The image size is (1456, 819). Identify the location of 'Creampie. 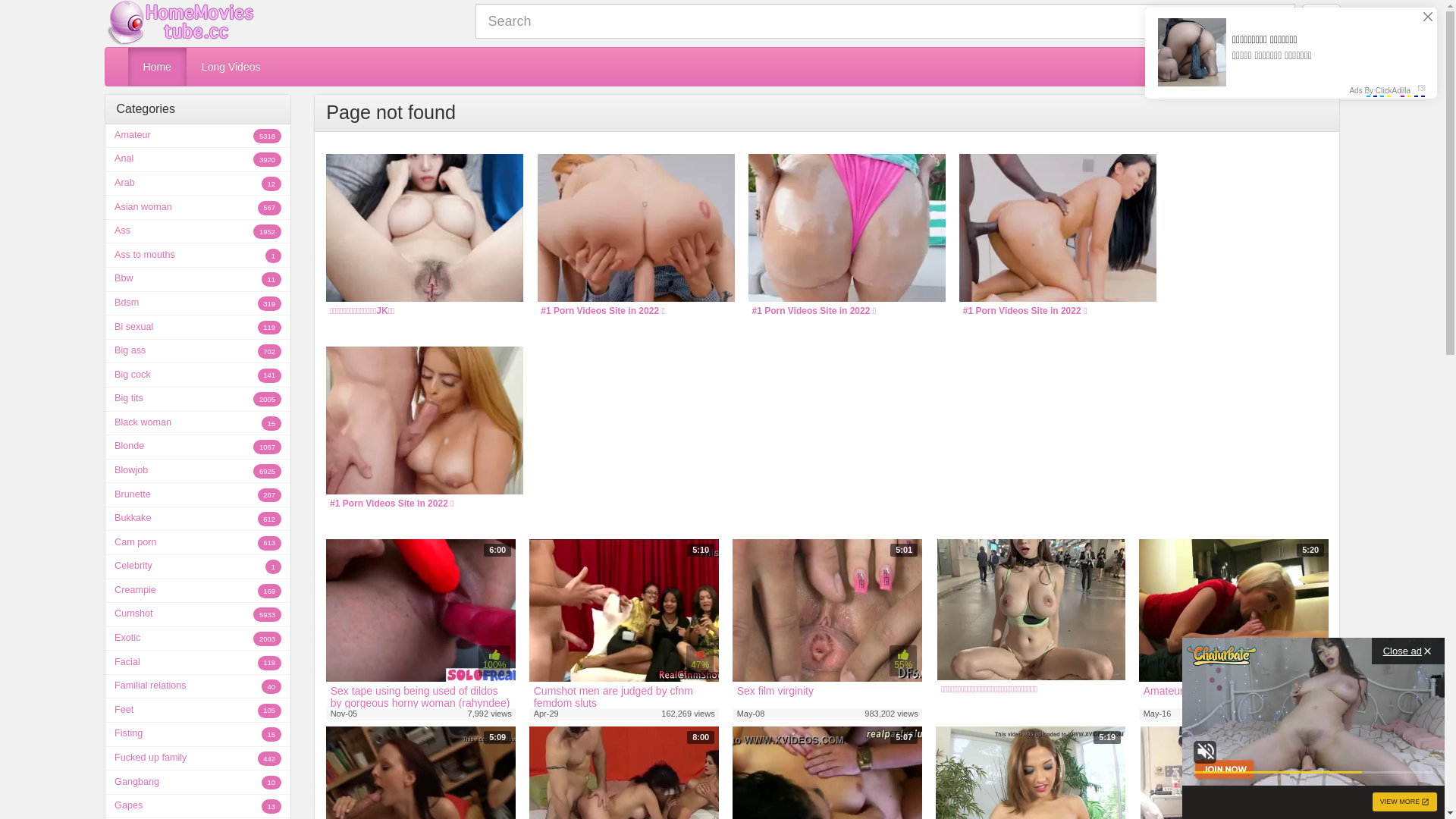
(196, 590).